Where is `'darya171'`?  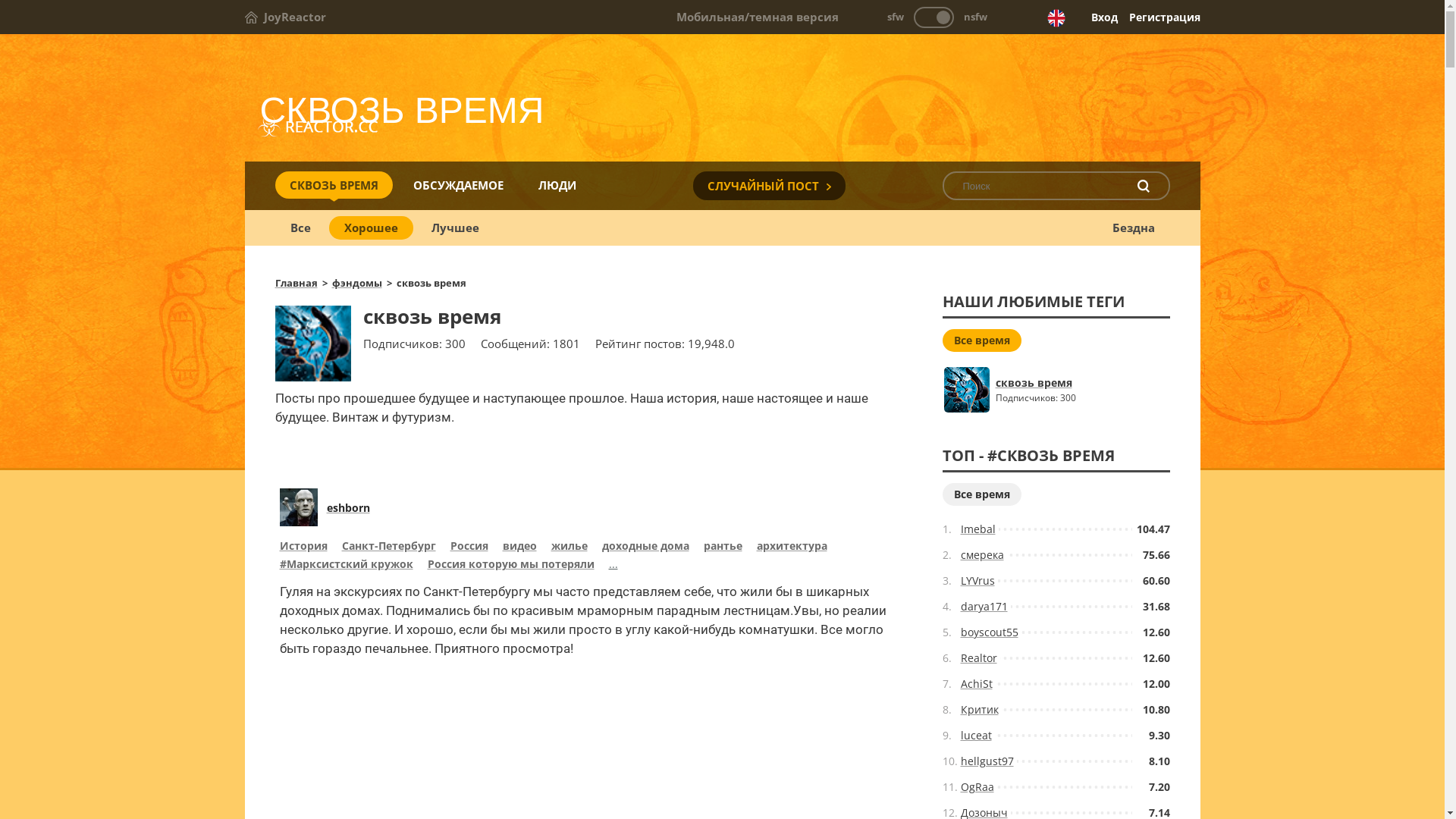
'darya171' is located at coordinates (983, 605).